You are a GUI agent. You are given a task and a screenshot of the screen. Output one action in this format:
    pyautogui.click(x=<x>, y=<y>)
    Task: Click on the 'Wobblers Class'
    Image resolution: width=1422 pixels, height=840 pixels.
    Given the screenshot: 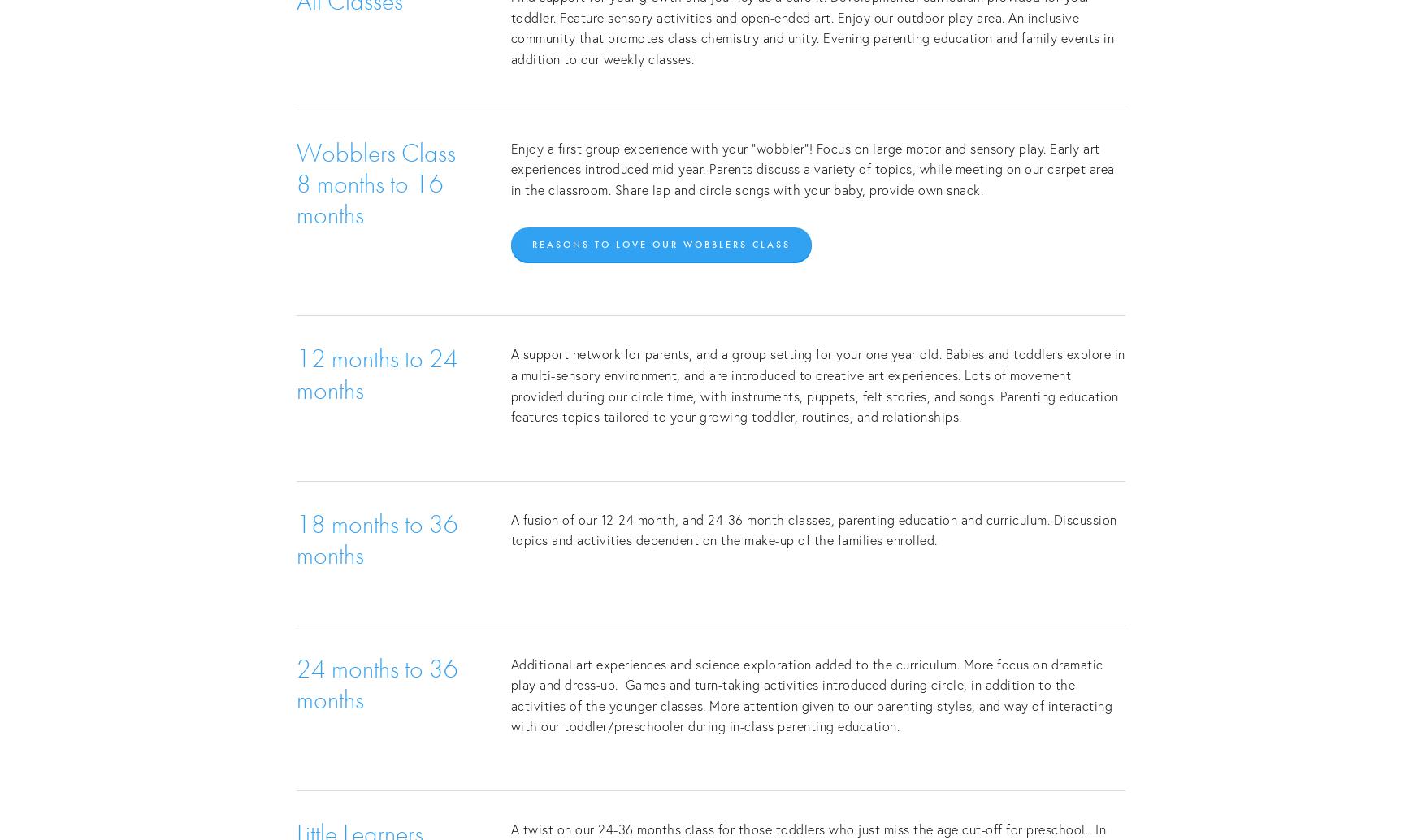 What is the action you would take?
    pyautogui.click(x=297, y=152)
    